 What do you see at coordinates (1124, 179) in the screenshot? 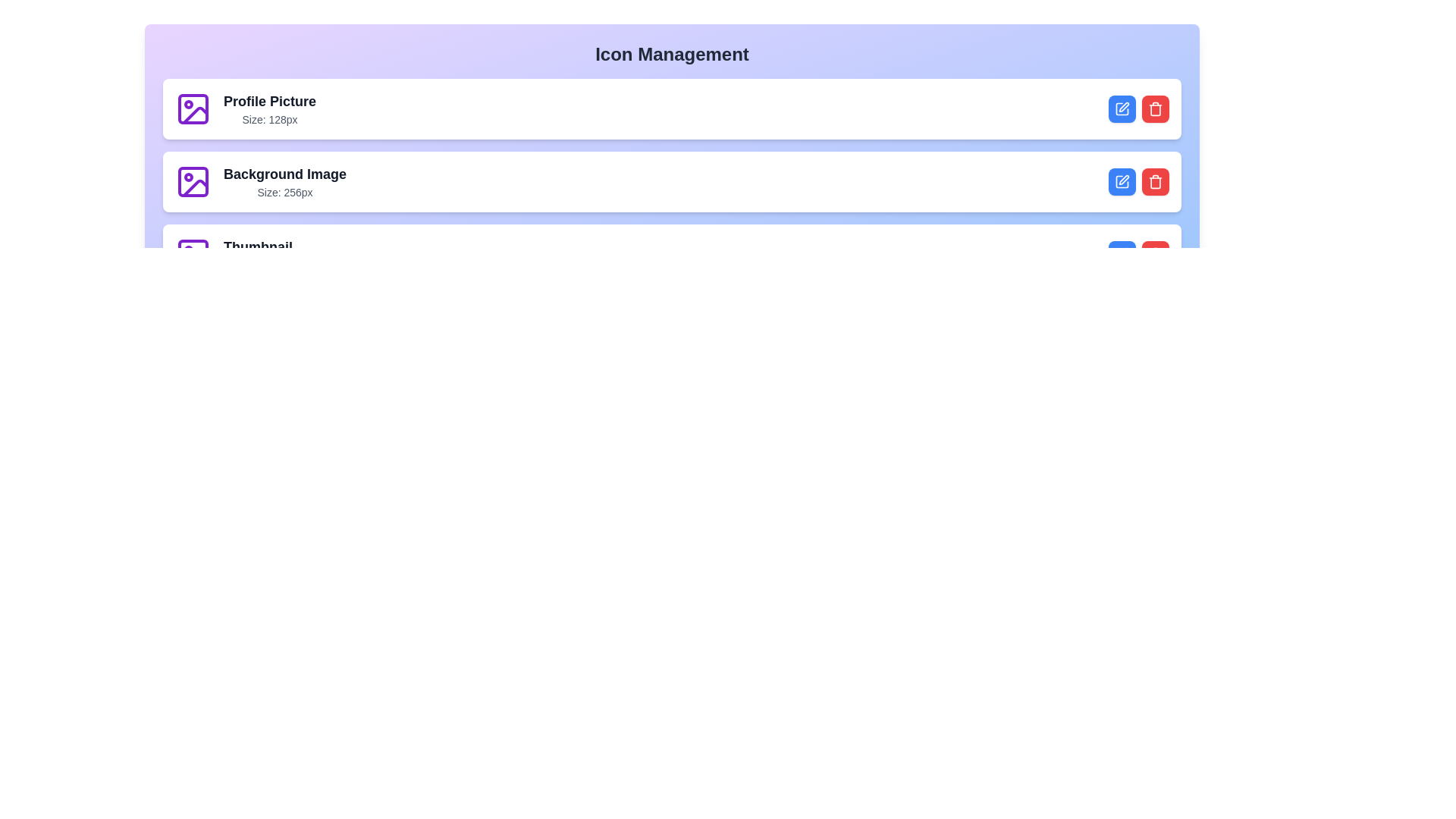
I see `the secondary icon button for modifying or editing the associated item in the list, located on the right side of the row` at bounding box center [1124, 179].